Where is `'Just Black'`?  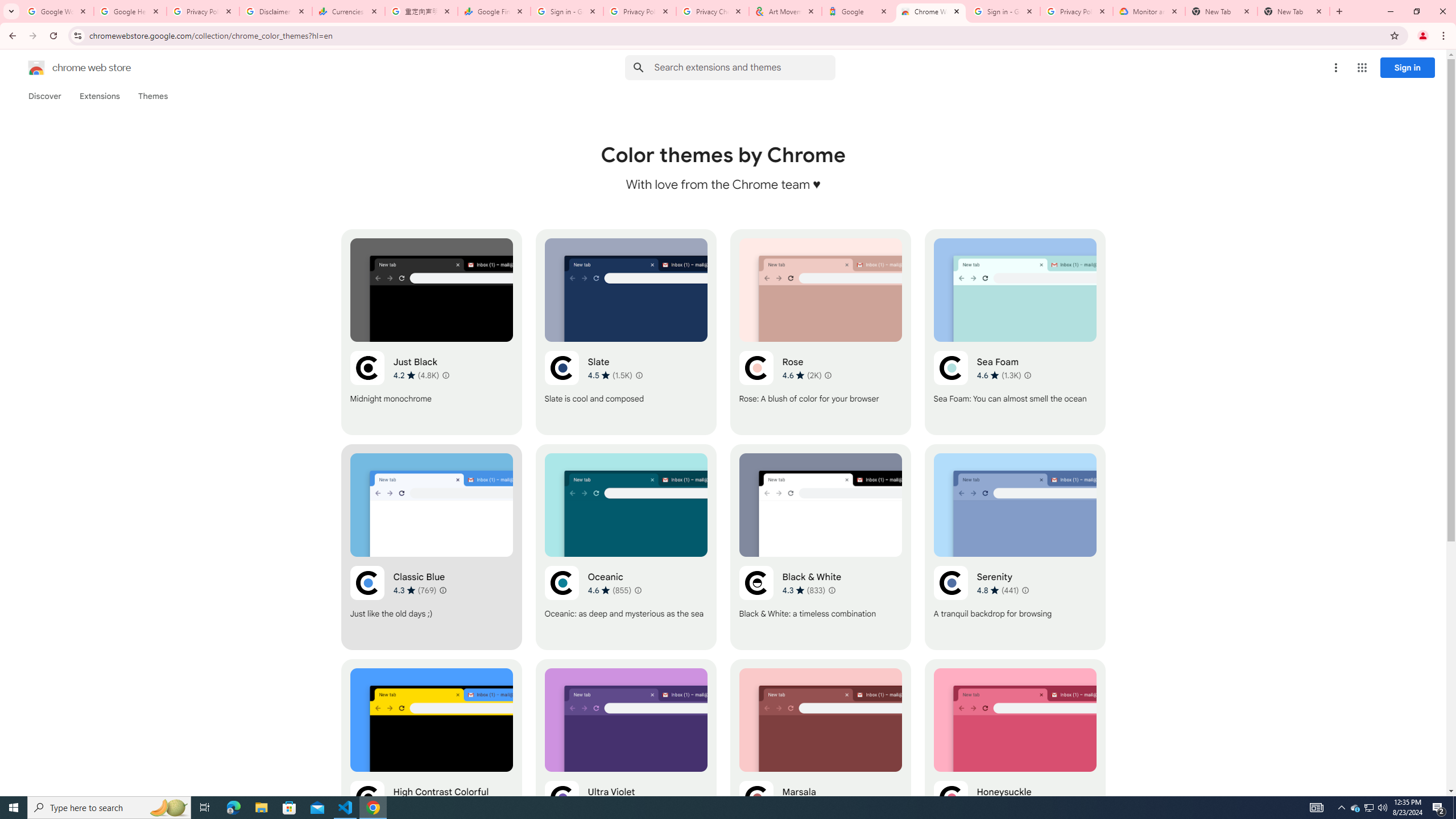
'Just Black' is located at coordinates (431, 331).